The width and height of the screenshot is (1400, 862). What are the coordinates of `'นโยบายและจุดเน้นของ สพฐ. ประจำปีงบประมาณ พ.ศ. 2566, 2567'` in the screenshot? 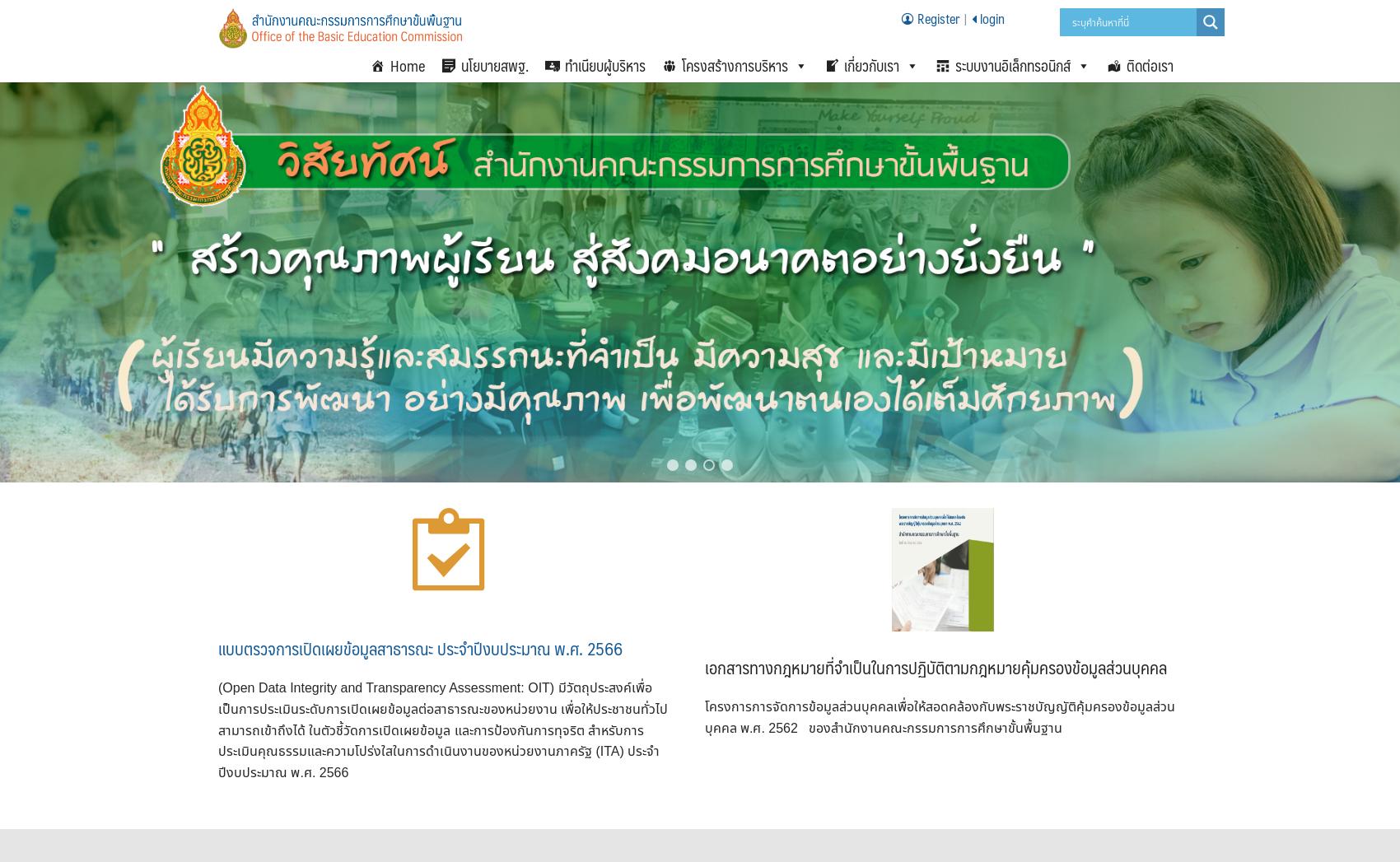 It's located at (955, 105).